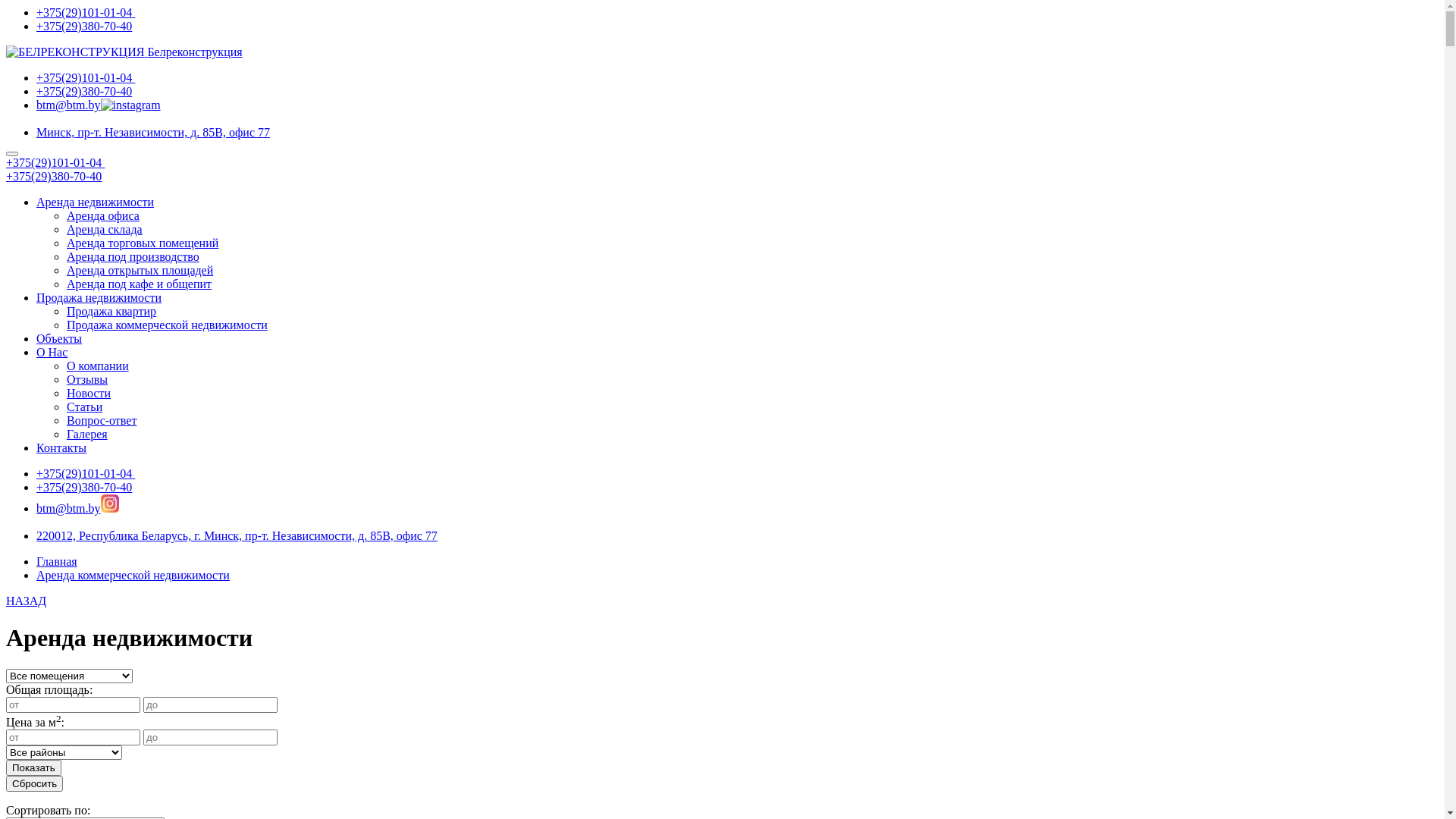  Describe the element at coordinates (54, 175) in the screenshot. I see `'+375(29)380-70-40'` at that location.